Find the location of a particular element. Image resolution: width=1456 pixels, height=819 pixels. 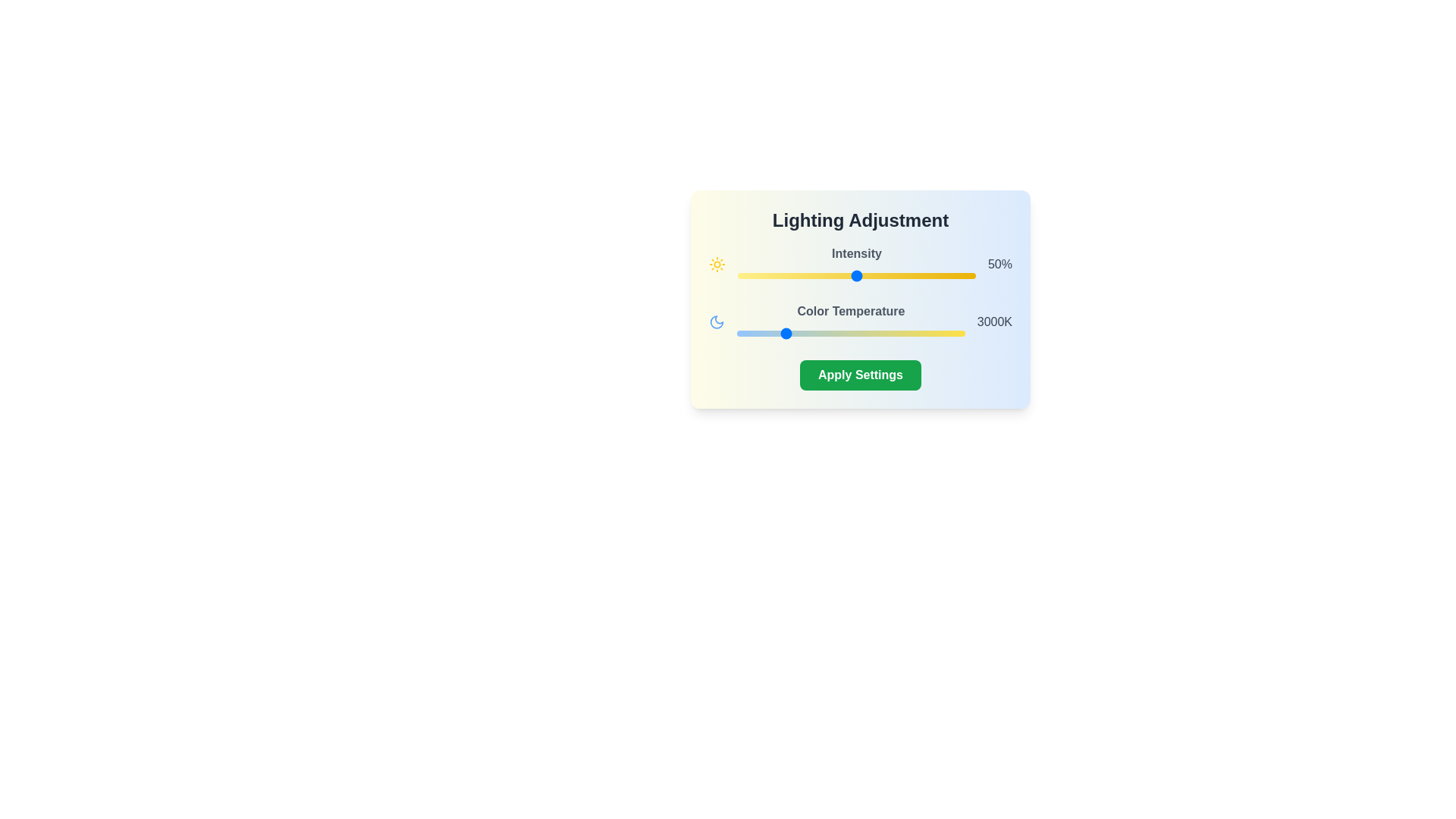

the text 'Lighting Adjustment' from the component is located at coordinates (860, 220).